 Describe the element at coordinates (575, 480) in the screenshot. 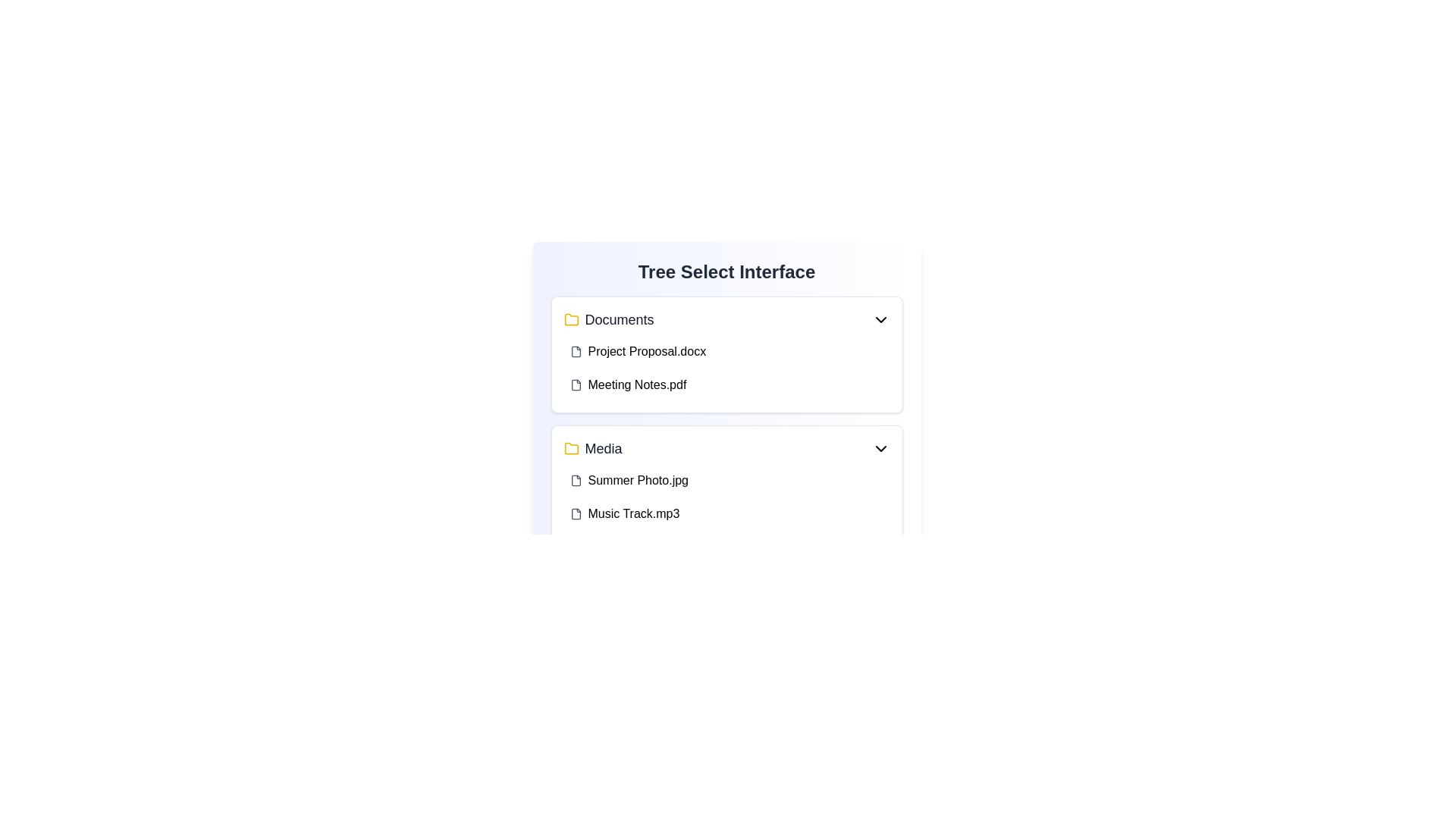

I see `the details of the document icon located to the left of the text 'Summer Photo.jpg' in the Media section` at that location.